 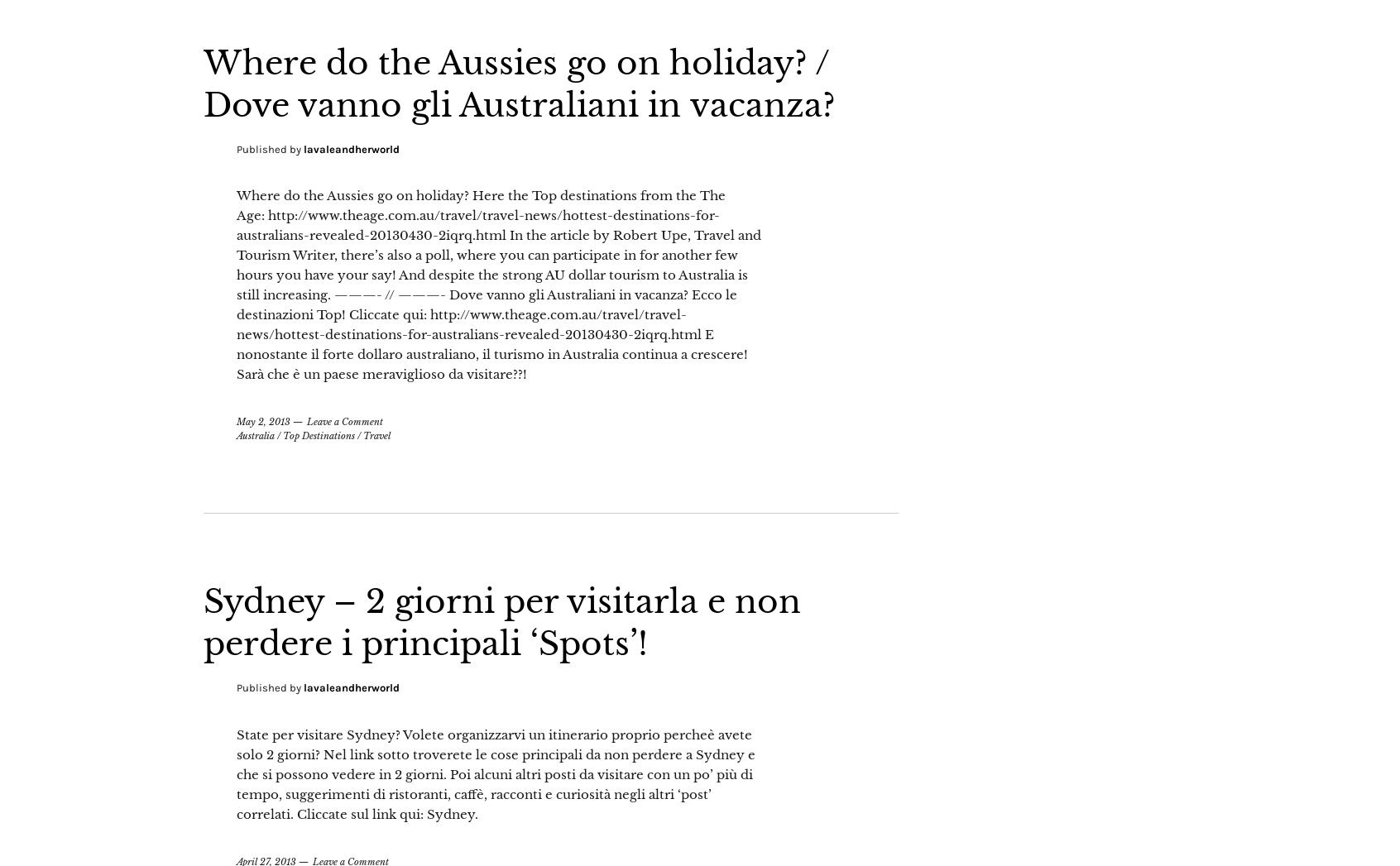 I want to click on 'Sydney – 2 giorni per visitarla e non perdere i principali ‘Spots’!', so click(x=523, y=662).